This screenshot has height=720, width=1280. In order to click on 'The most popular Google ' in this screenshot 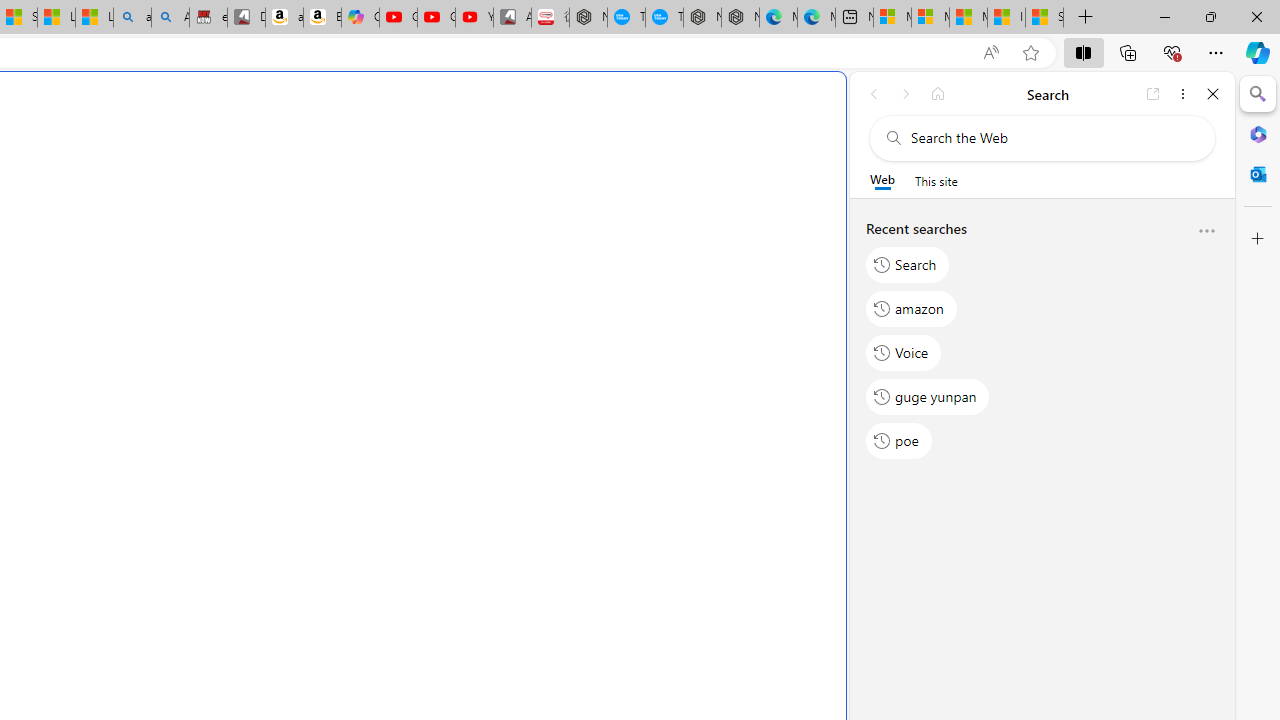, I will do `click(664, 17)`.